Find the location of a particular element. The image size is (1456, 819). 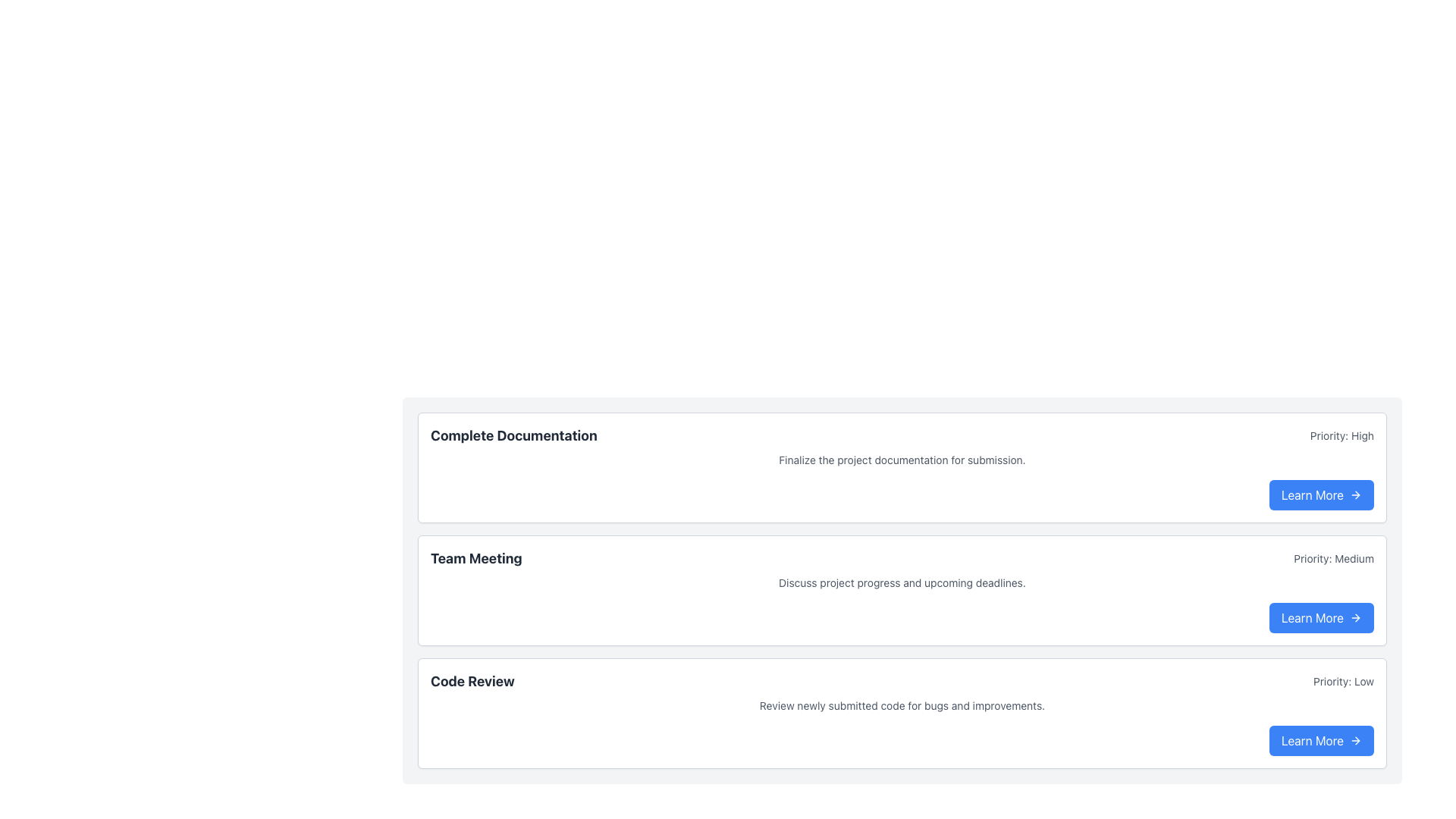

the blue button labeled 'Learn More' with a right-pointing arrow icon located in the bottom-right corner of the third task card is located at coordinates (1320, 617).